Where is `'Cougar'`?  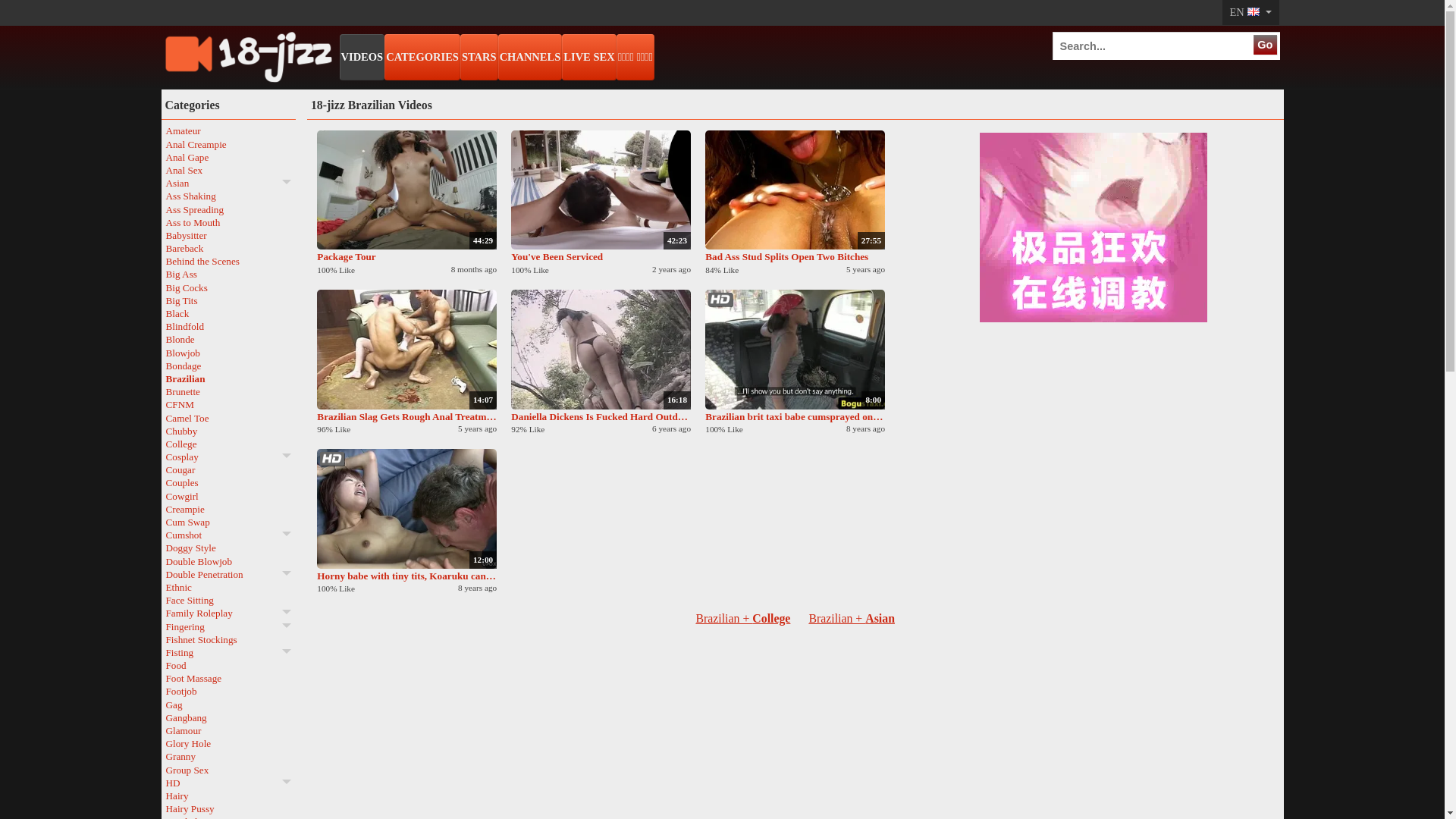
'Cougar' is located at coordinates (227, 469).